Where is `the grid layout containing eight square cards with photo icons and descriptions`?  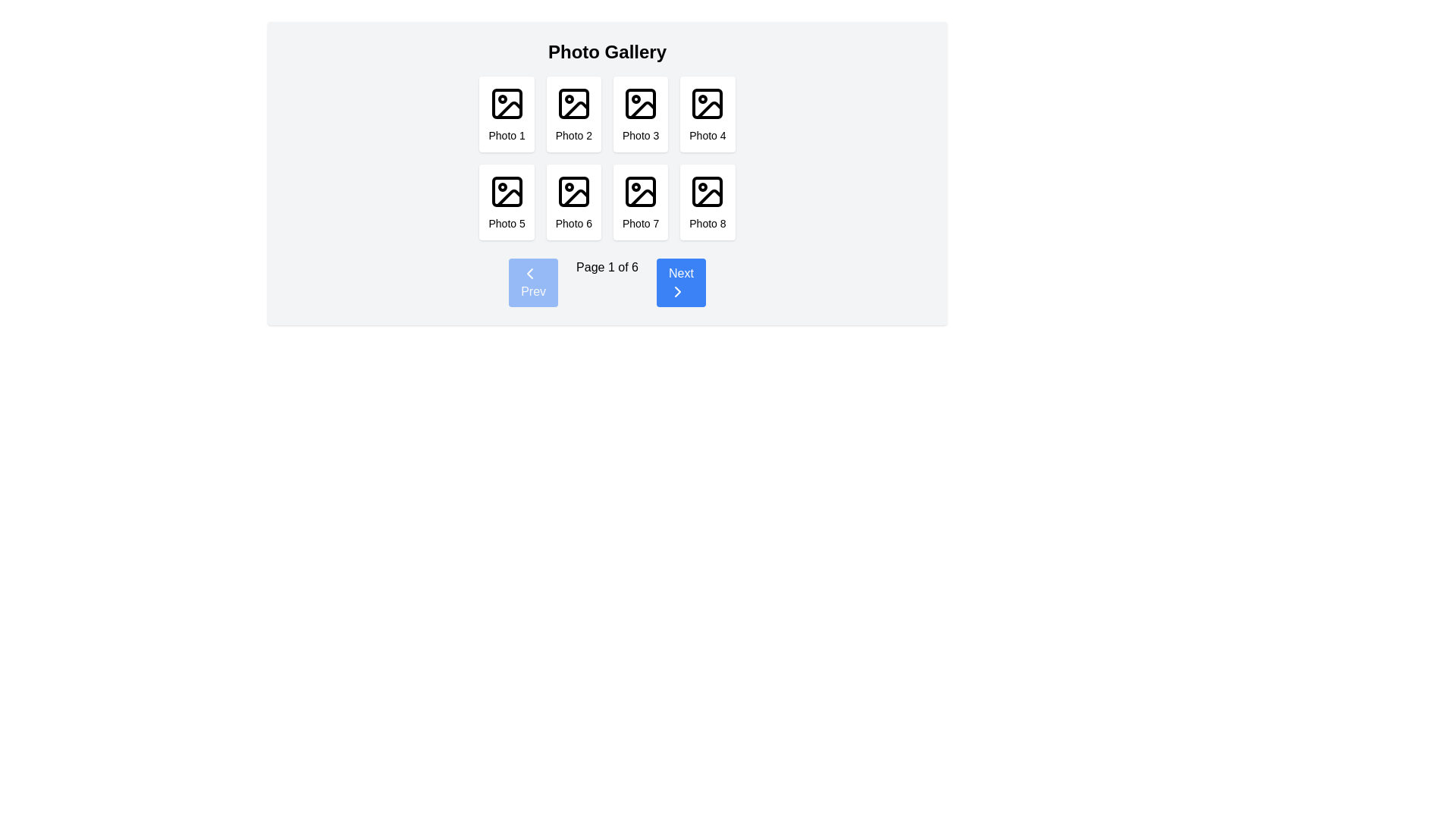 the grid layout containing eight square cards with photo icons and descriptions is located at coordinates (607, 158).